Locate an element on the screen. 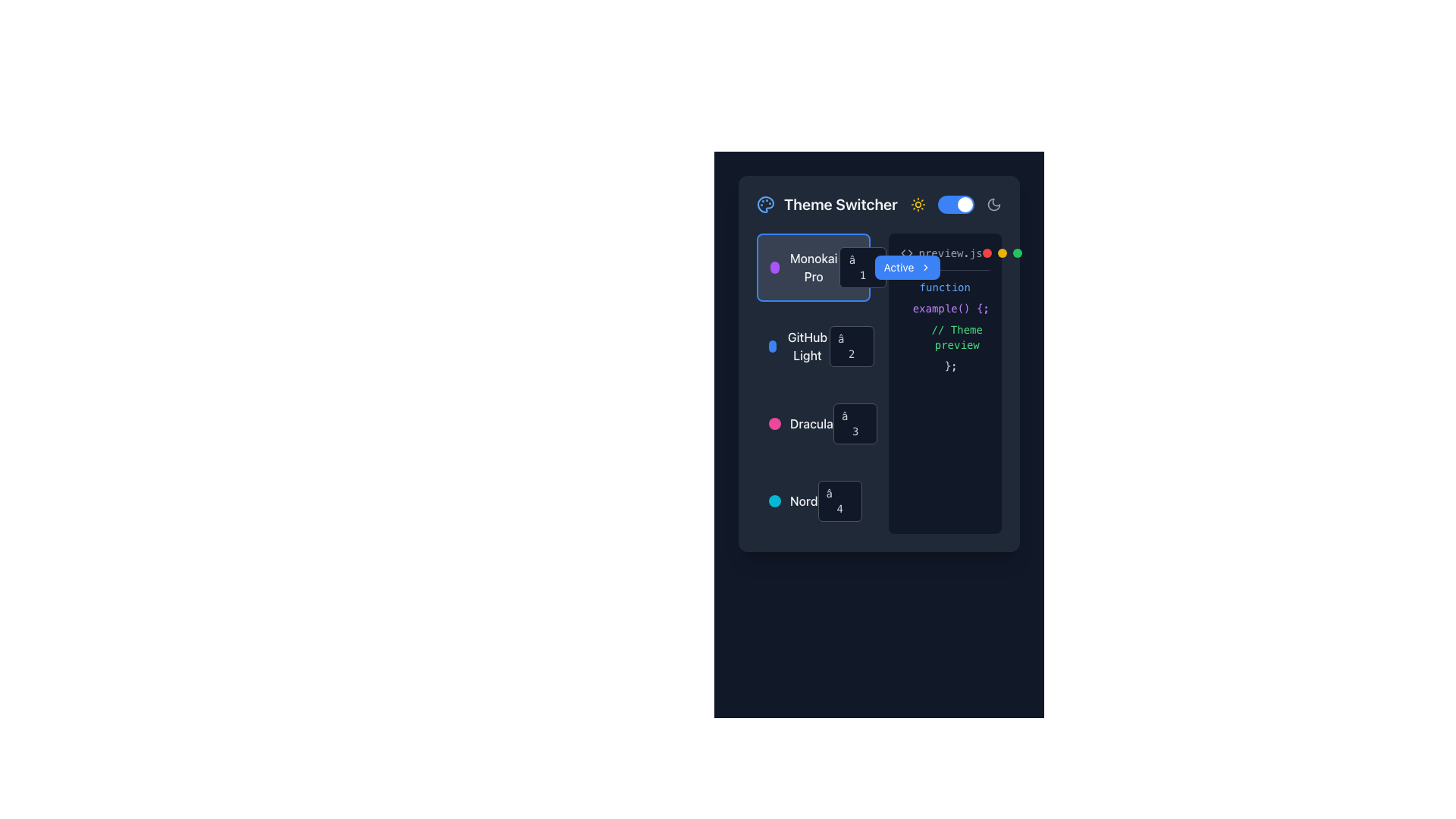  the 'Dracula' theme option button in the Theme Switcher component to change its background color is located at coordinates (812, 424).